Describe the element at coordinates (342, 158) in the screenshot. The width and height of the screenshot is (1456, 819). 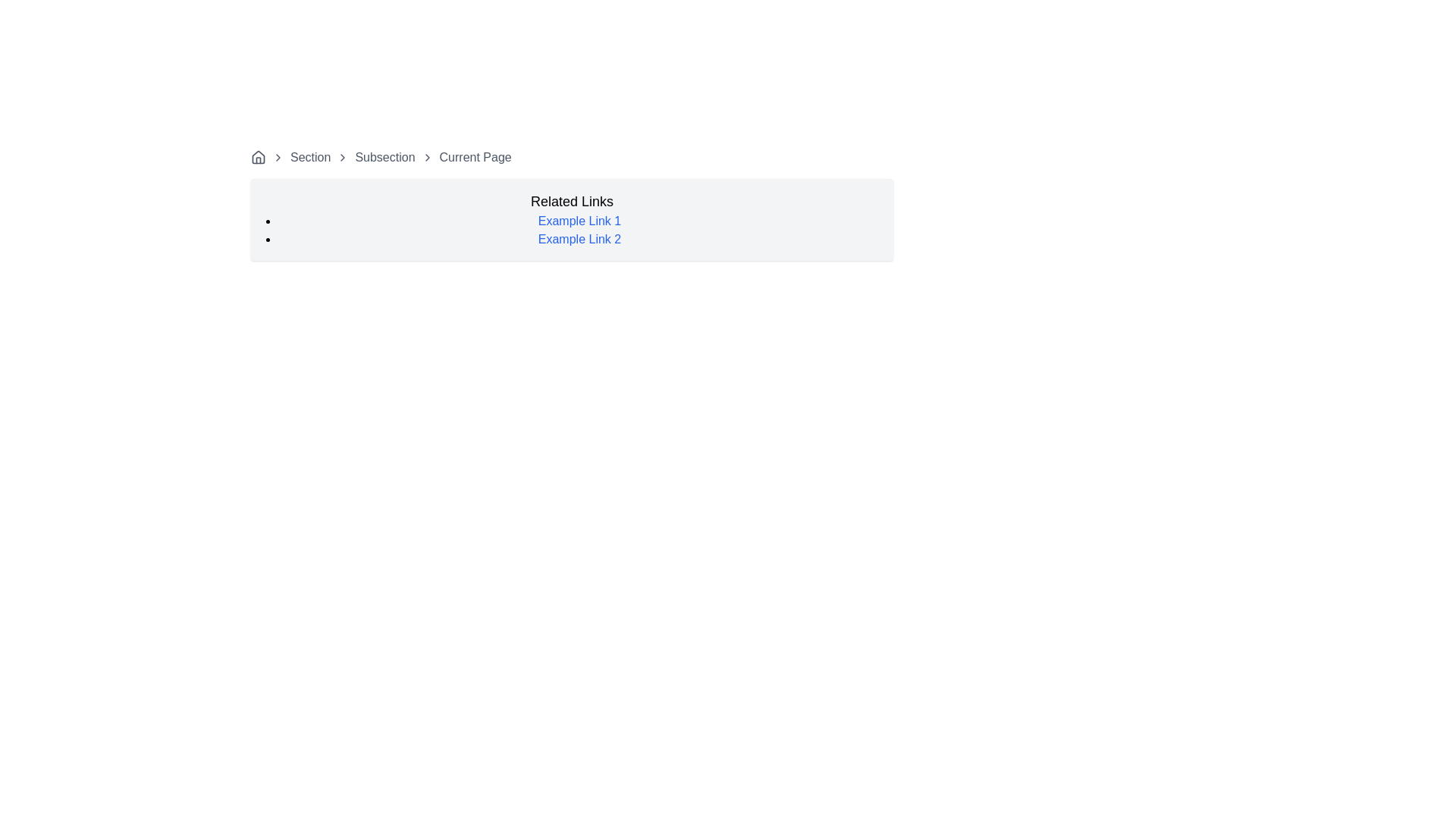
I see `the right-facing chevron icon located in the breadcrumb navigation bar, positioned between the 'Section' and 'Subsection' texts` at that location.